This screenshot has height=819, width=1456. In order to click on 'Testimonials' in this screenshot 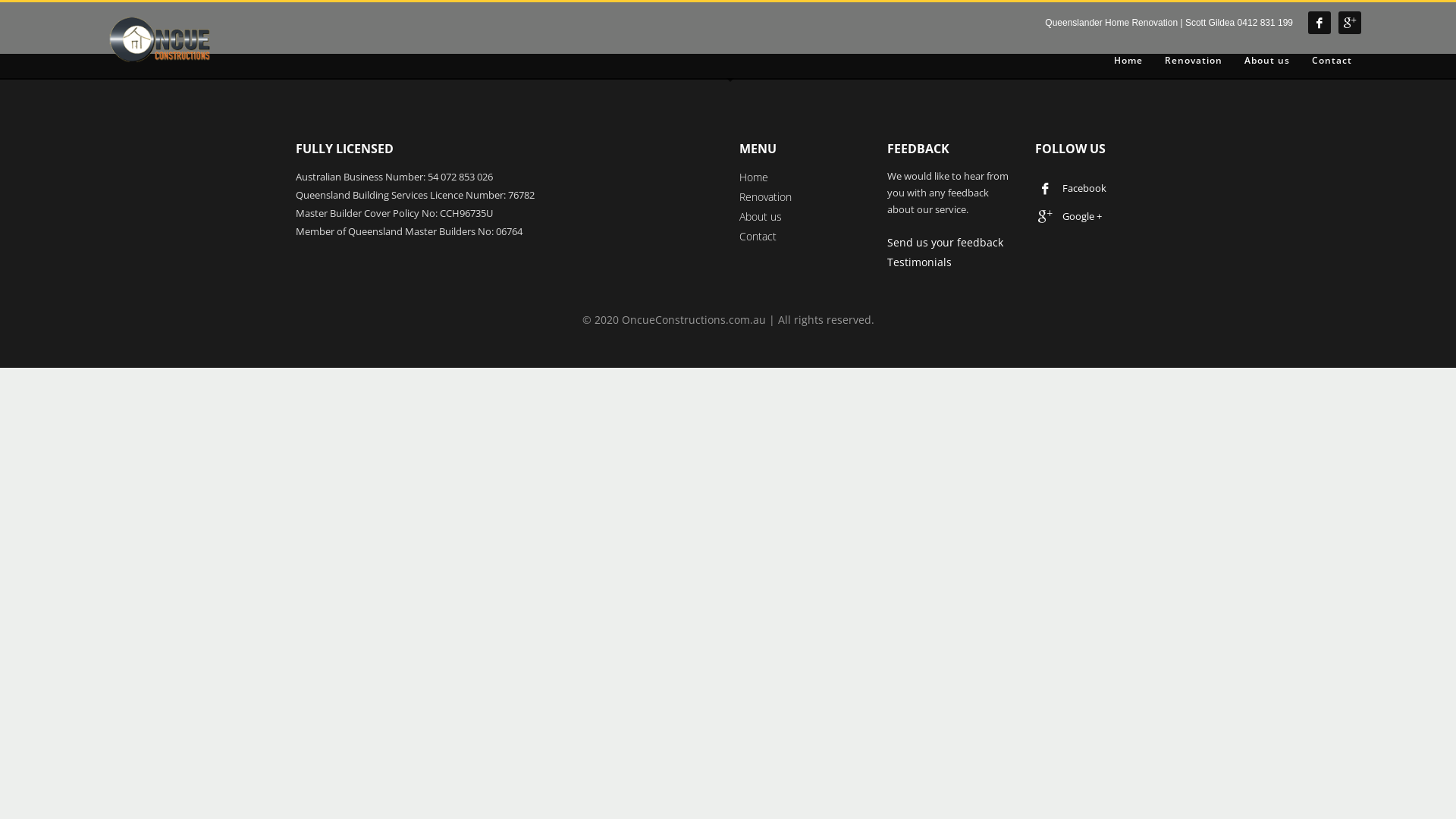, I will do `click(918, 261)`.